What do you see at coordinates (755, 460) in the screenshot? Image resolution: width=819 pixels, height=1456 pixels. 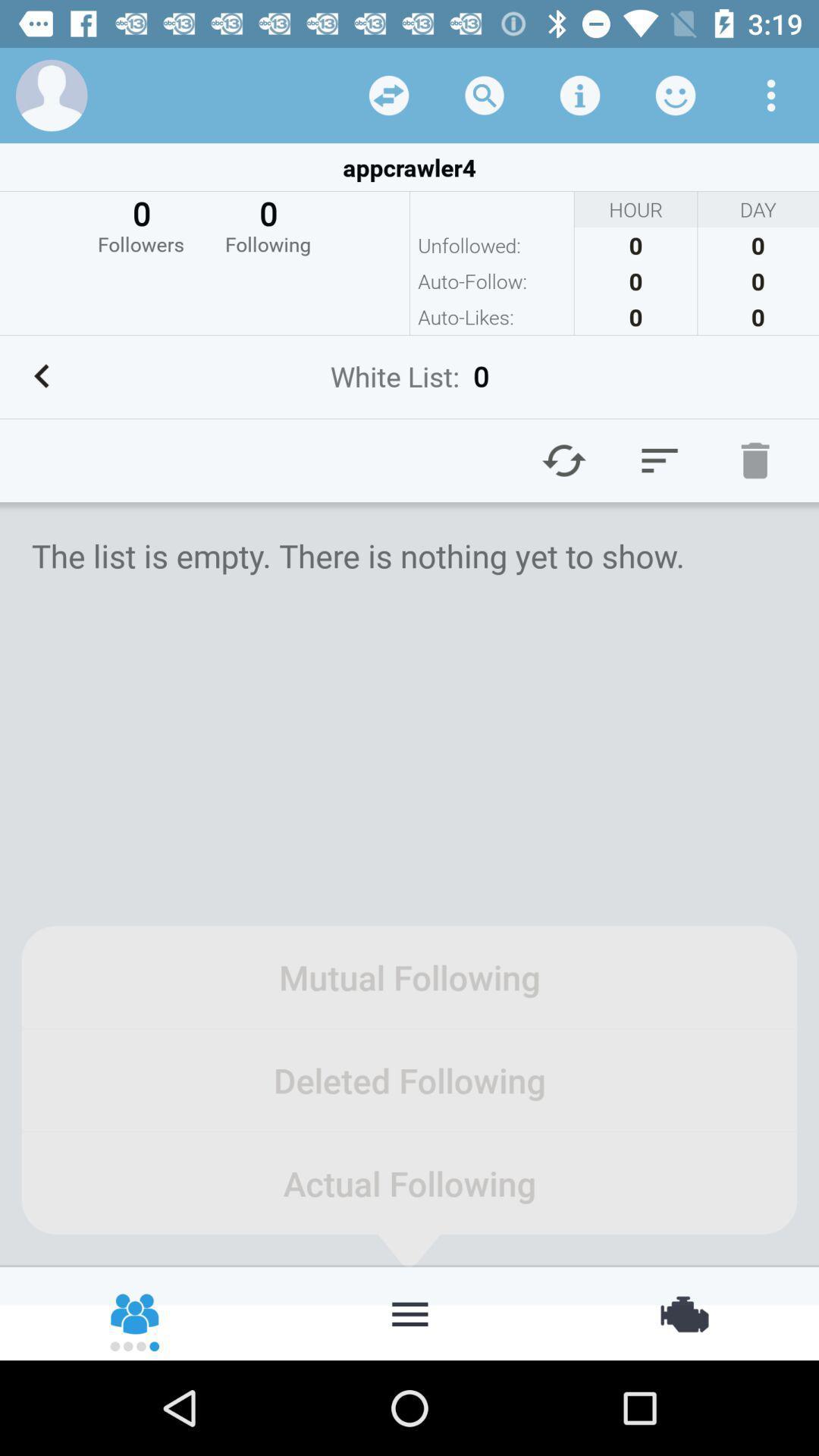 I see `delete box` at bounding box center [755, 460].